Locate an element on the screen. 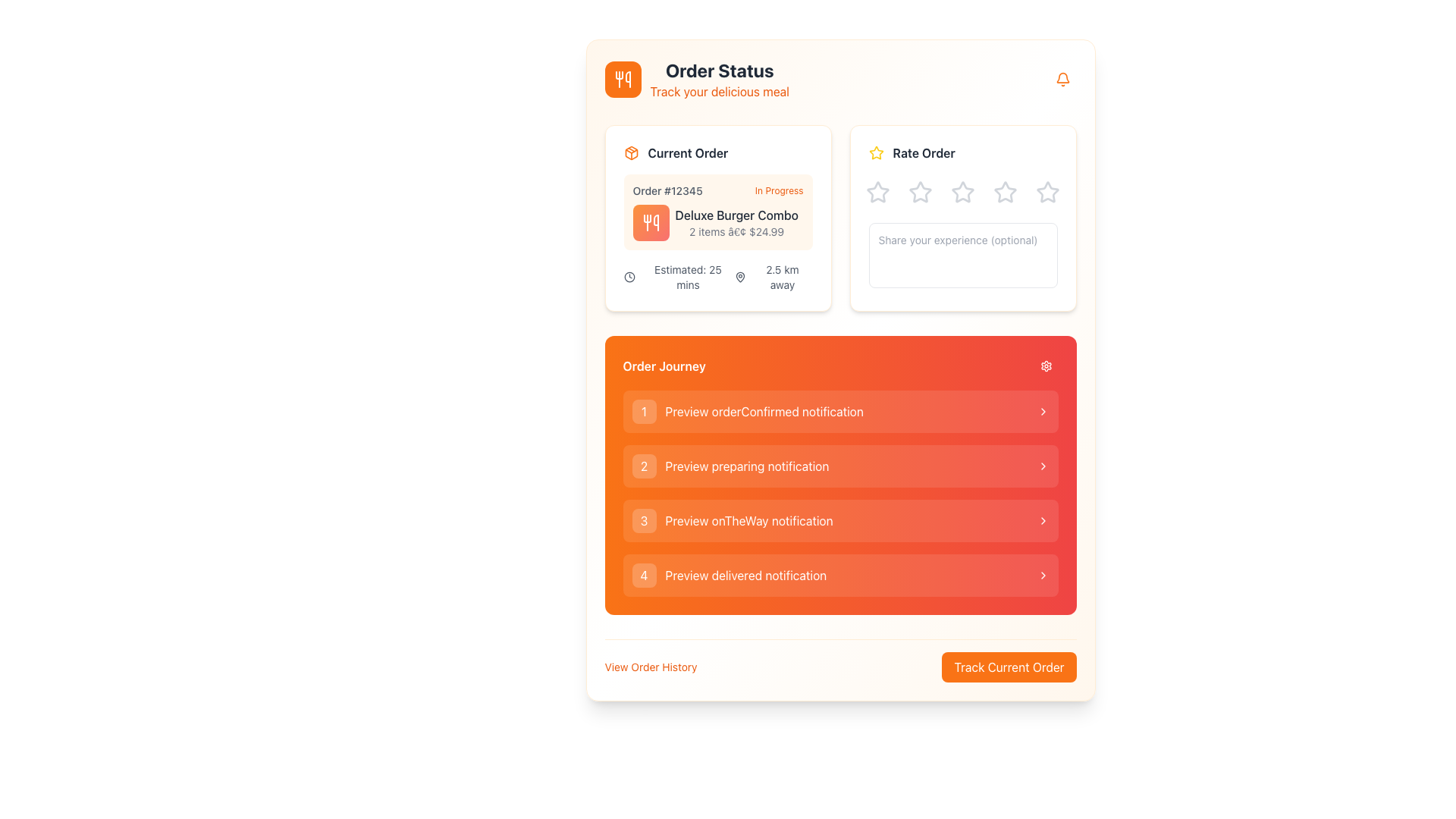 This screenshot has height=819, width=1456. the second item in the interactive list under the 'Order Journey' section is located at coordinates (839, 494).